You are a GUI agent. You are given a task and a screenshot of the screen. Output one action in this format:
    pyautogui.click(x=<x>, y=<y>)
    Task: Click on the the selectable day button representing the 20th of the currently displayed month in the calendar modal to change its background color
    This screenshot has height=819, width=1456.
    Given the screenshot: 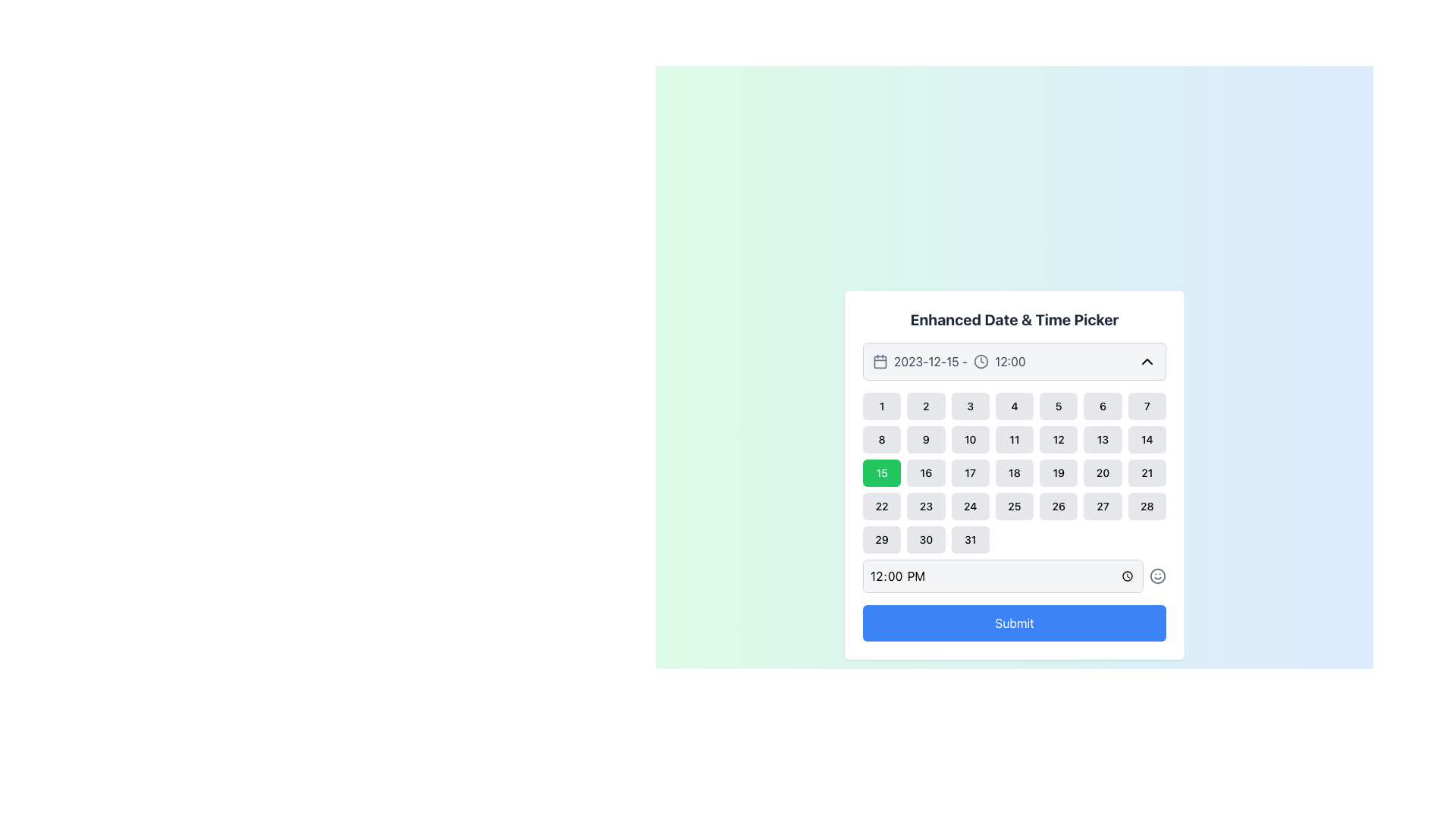 What is the action you would take?
    pyautogui.click(x=1103, y=472)
    